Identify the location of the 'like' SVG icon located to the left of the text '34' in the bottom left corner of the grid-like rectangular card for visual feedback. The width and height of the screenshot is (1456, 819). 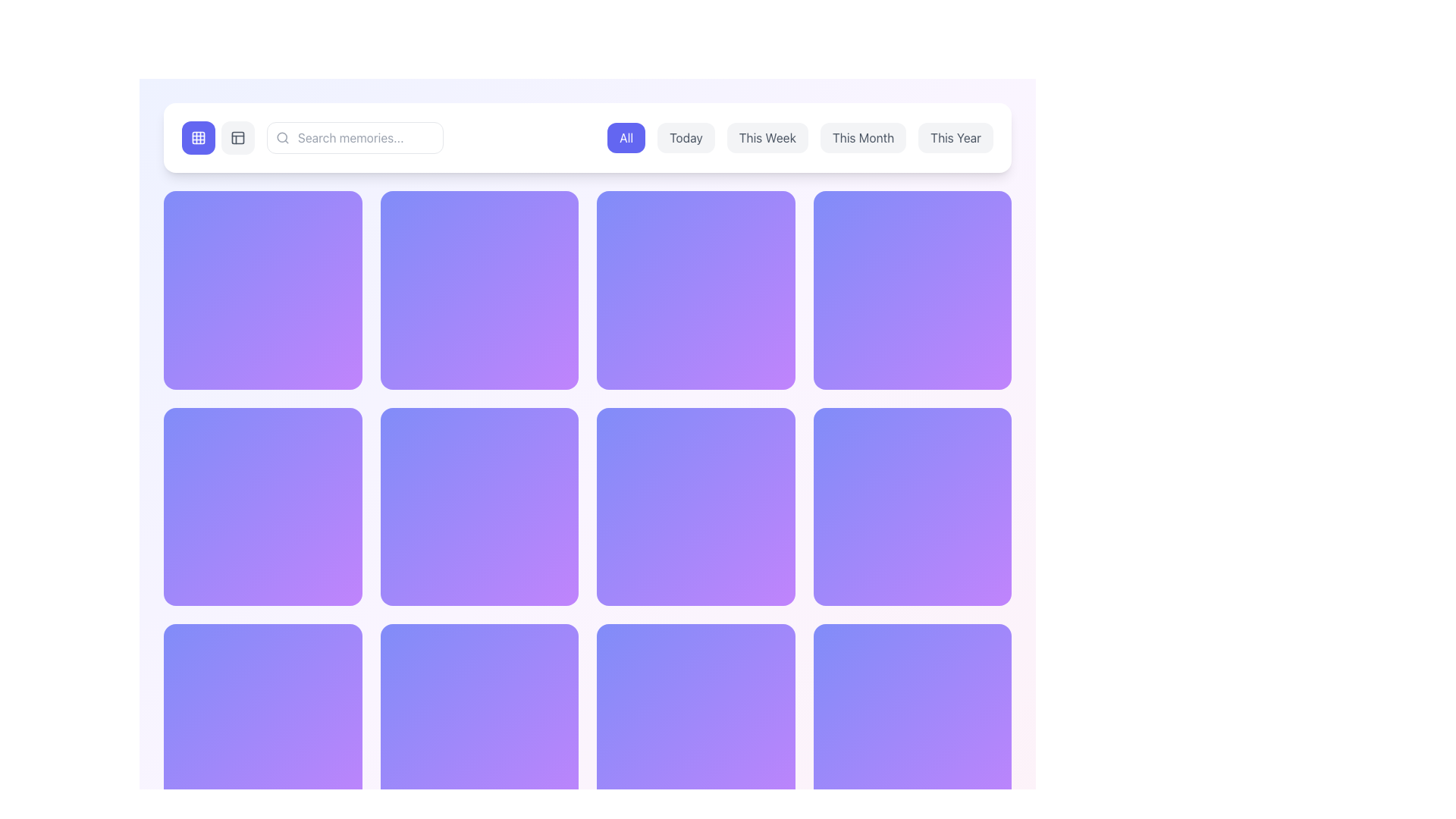
(181, 585).